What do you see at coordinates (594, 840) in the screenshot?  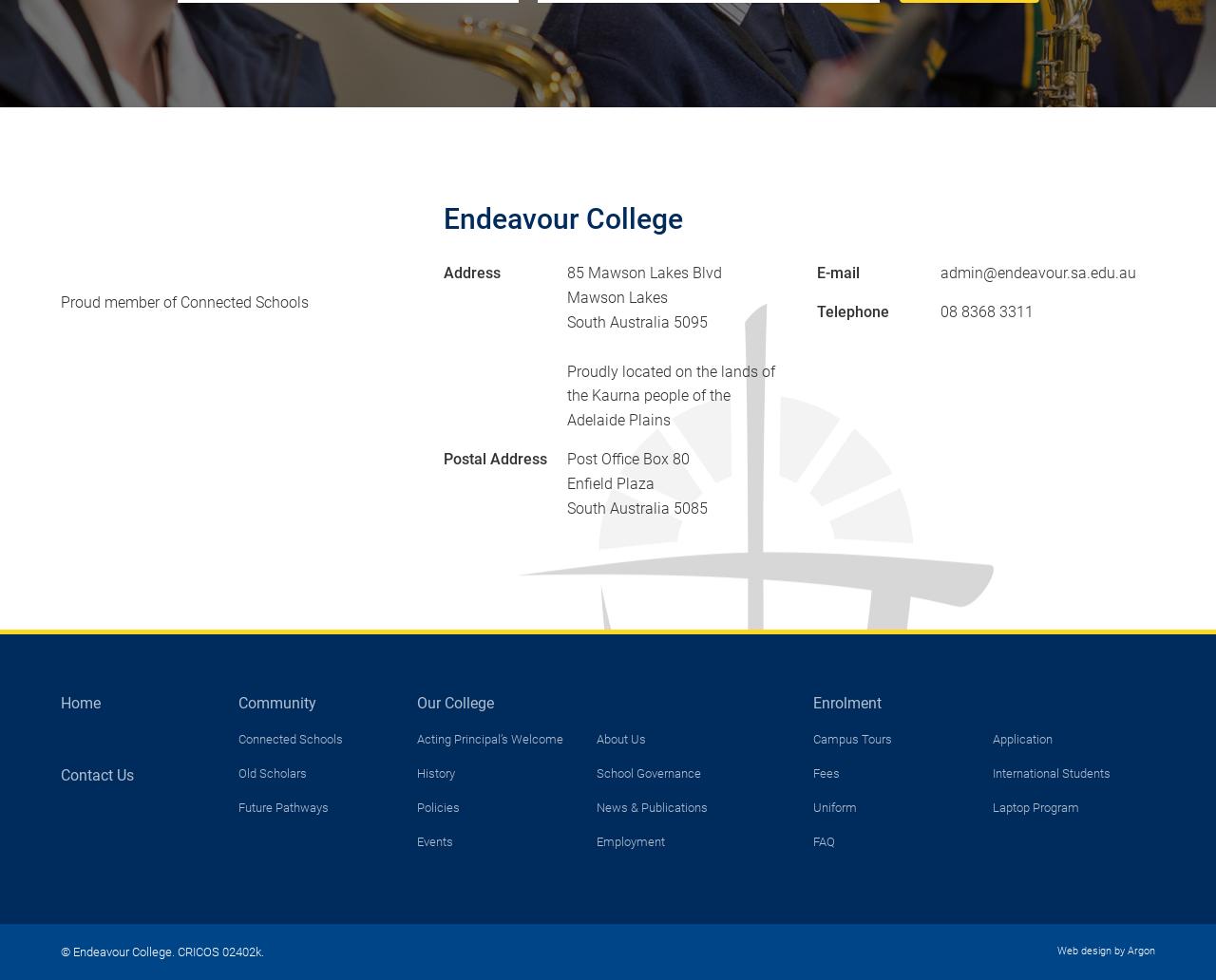 I see `'Employment'` at bounding box center [594, 840].